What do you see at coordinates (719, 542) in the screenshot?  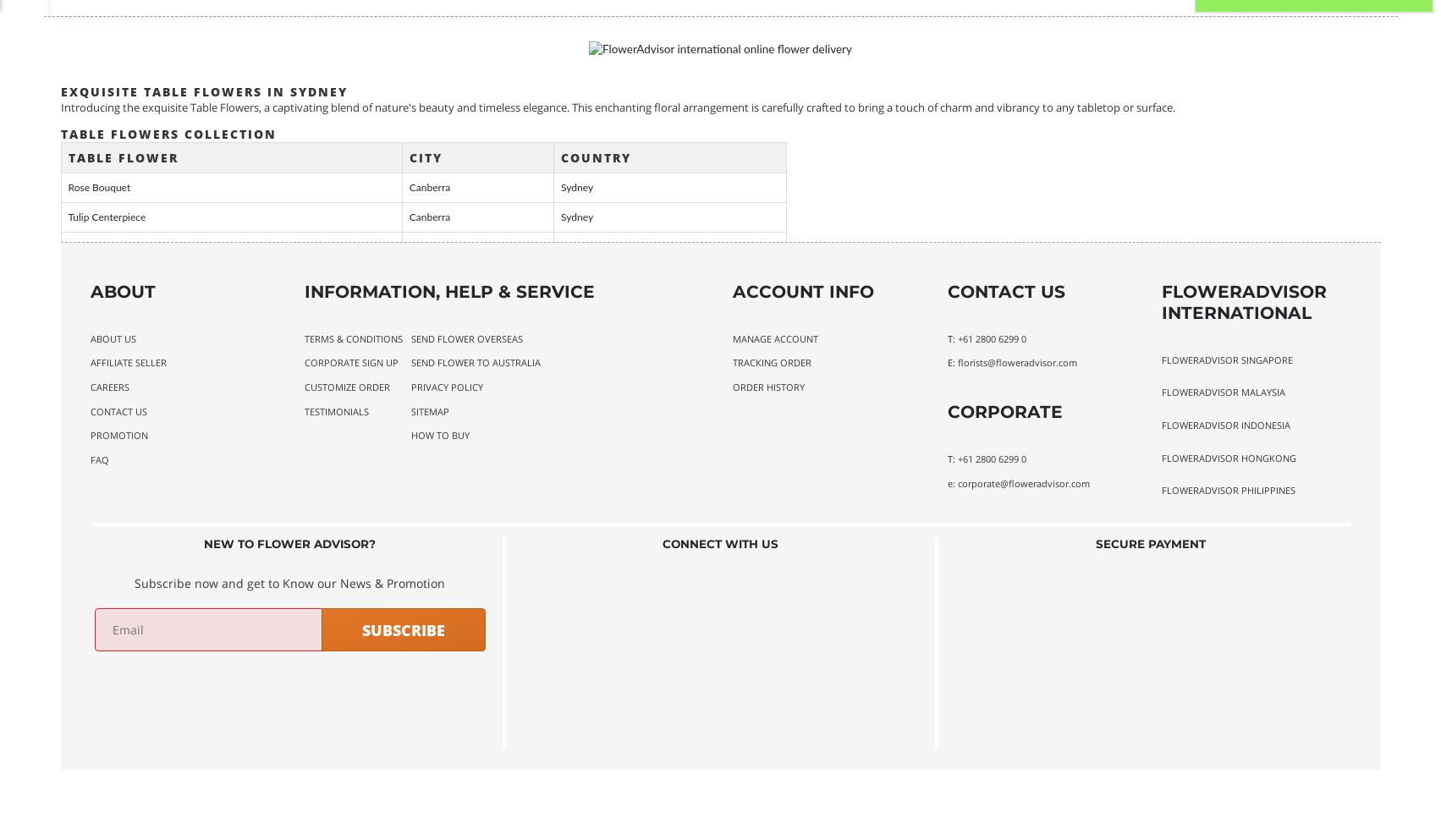 I see `'Connect With Us'` at bounding box center [719, 542].